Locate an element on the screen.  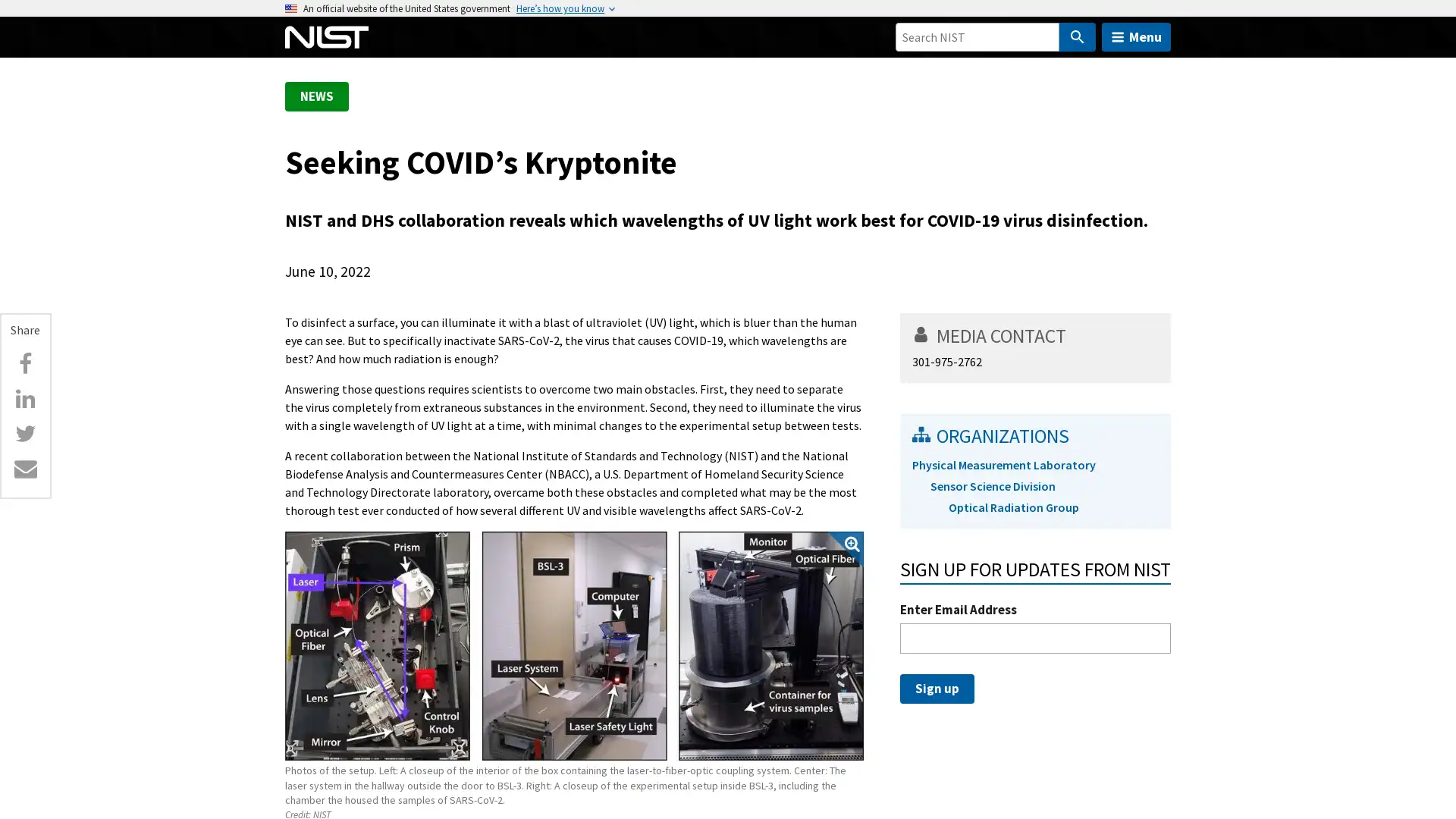
Menu is located at coordinates (1136, 36).